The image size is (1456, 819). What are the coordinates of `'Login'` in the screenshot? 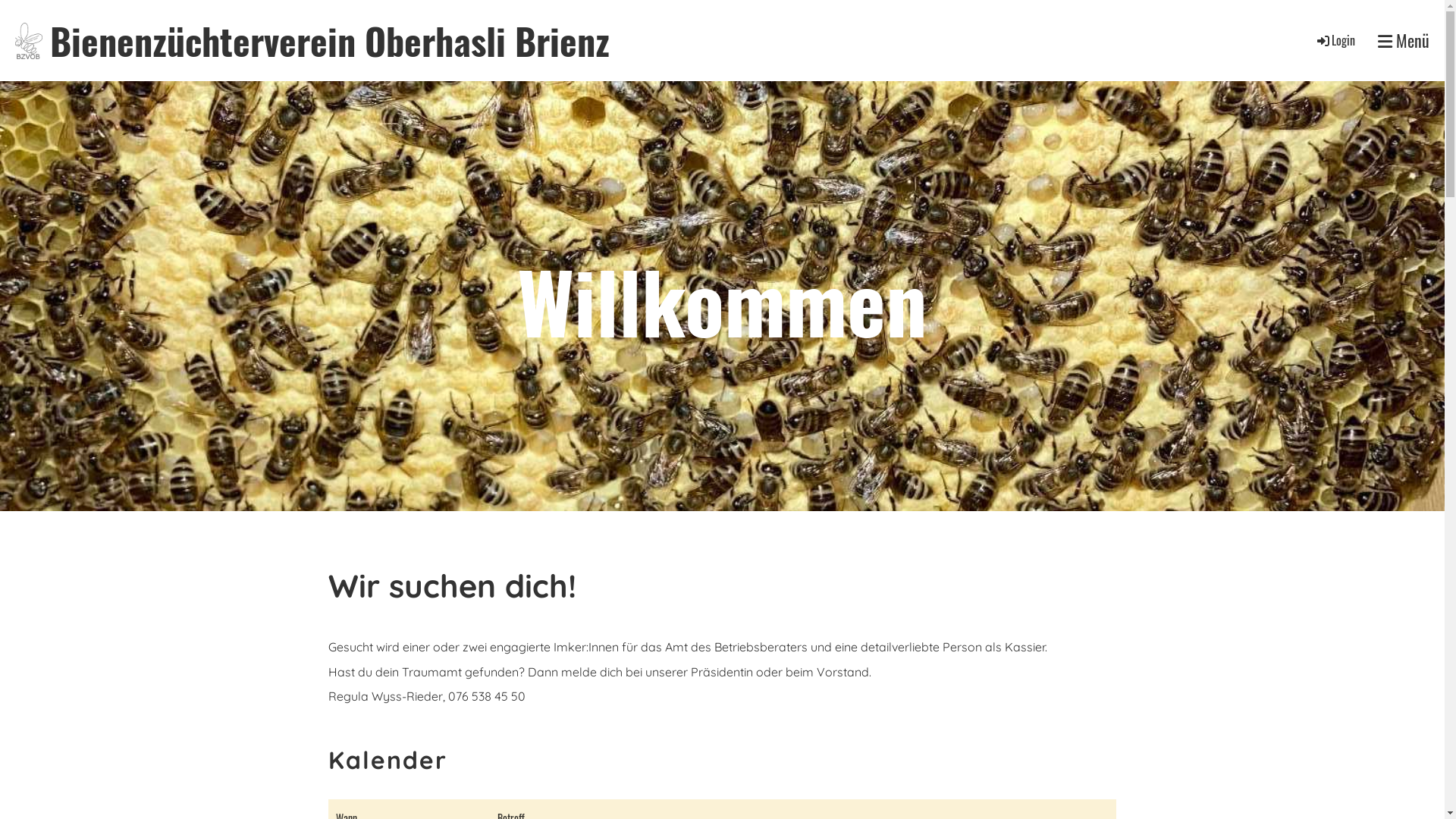 It's located at (1335, 39).